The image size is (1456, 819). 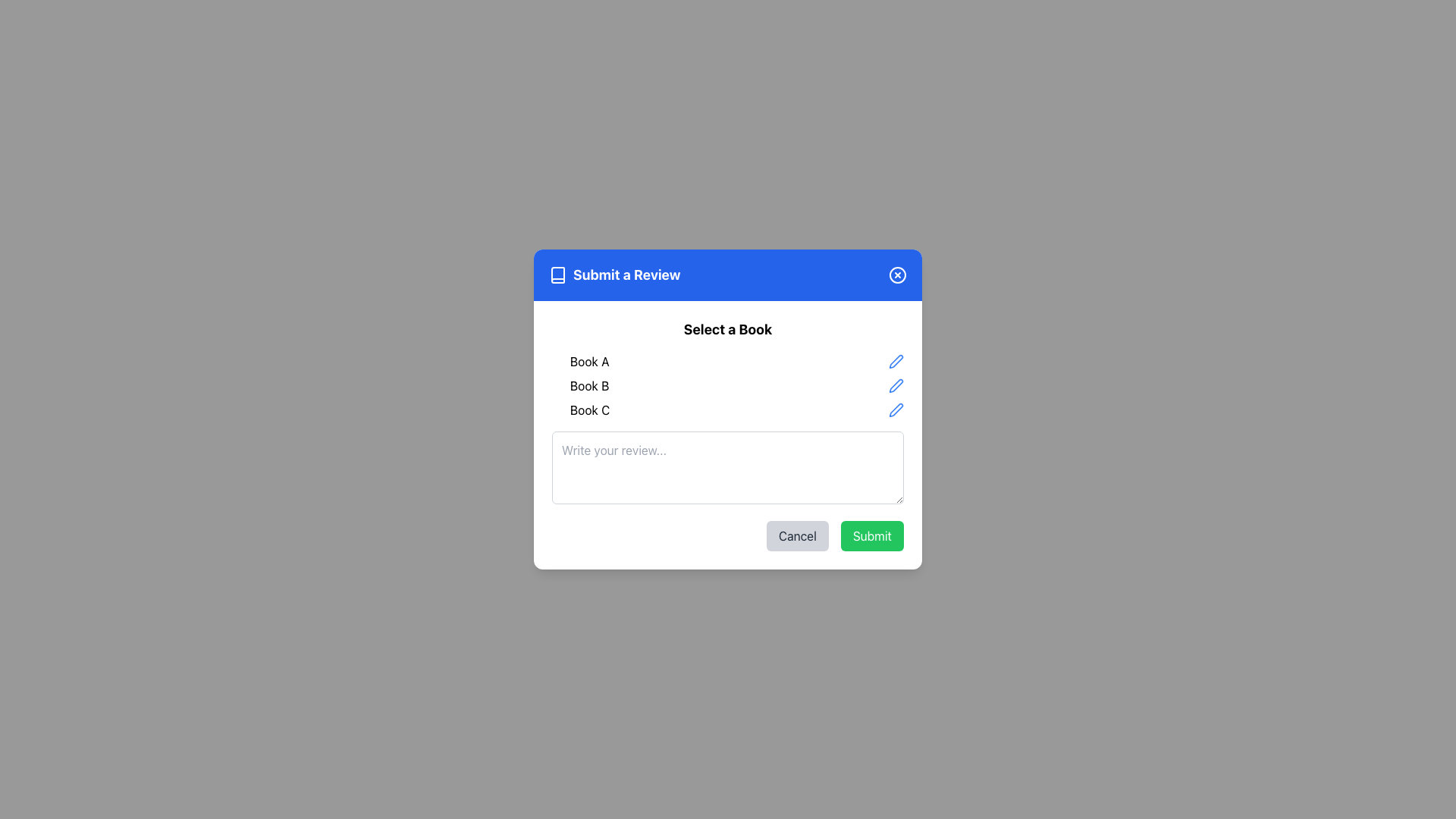 What do you see at coordinates (896, 384) in the screenshot?
I see `the editing icon located to the right of the label 'Book B'` at bounding box center [896, 384].